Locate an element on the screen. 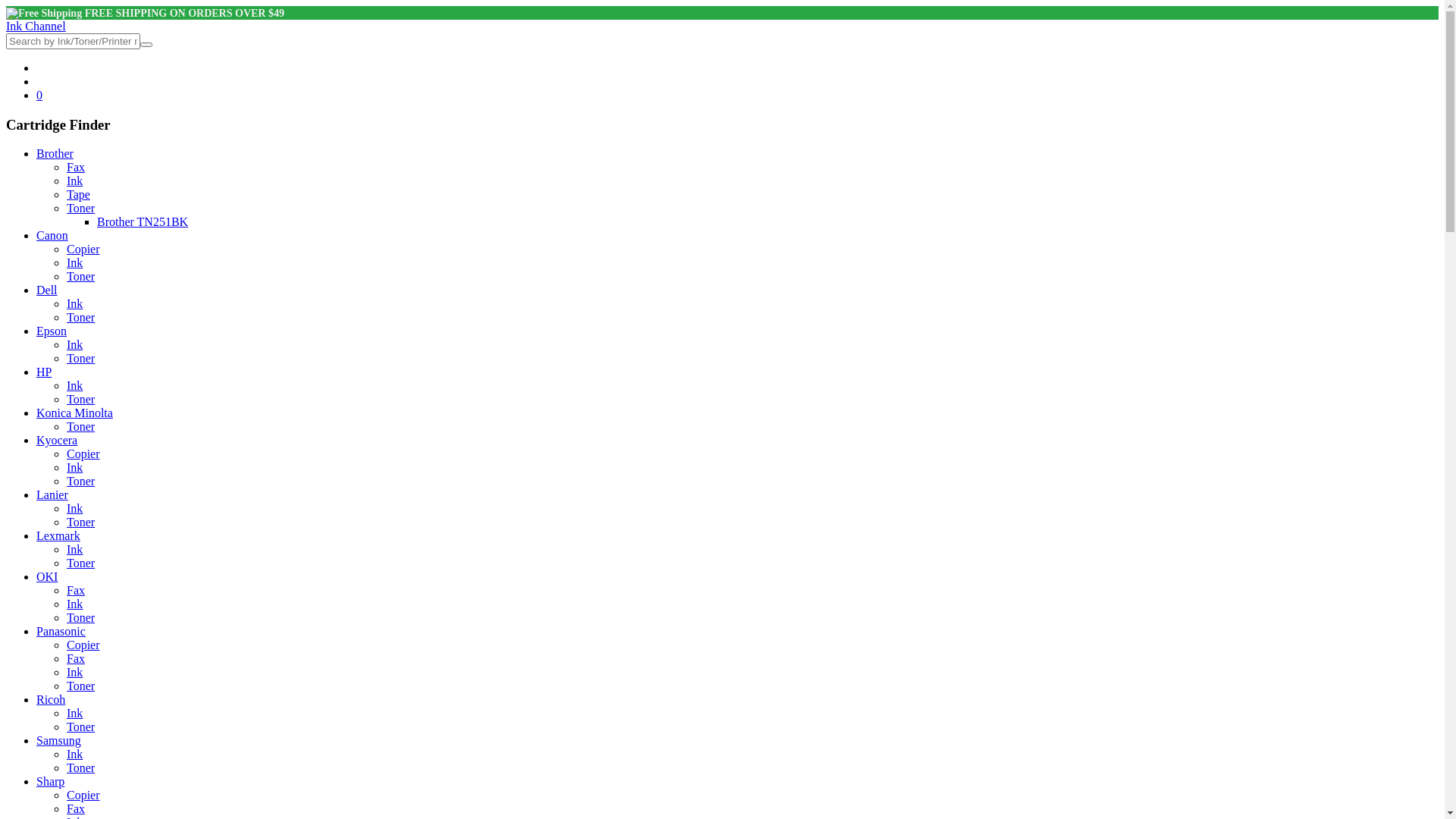 Image resolution: width=1456 pixels, height=819 pixels. 'Samsung' is located at coordinates (36, 739).